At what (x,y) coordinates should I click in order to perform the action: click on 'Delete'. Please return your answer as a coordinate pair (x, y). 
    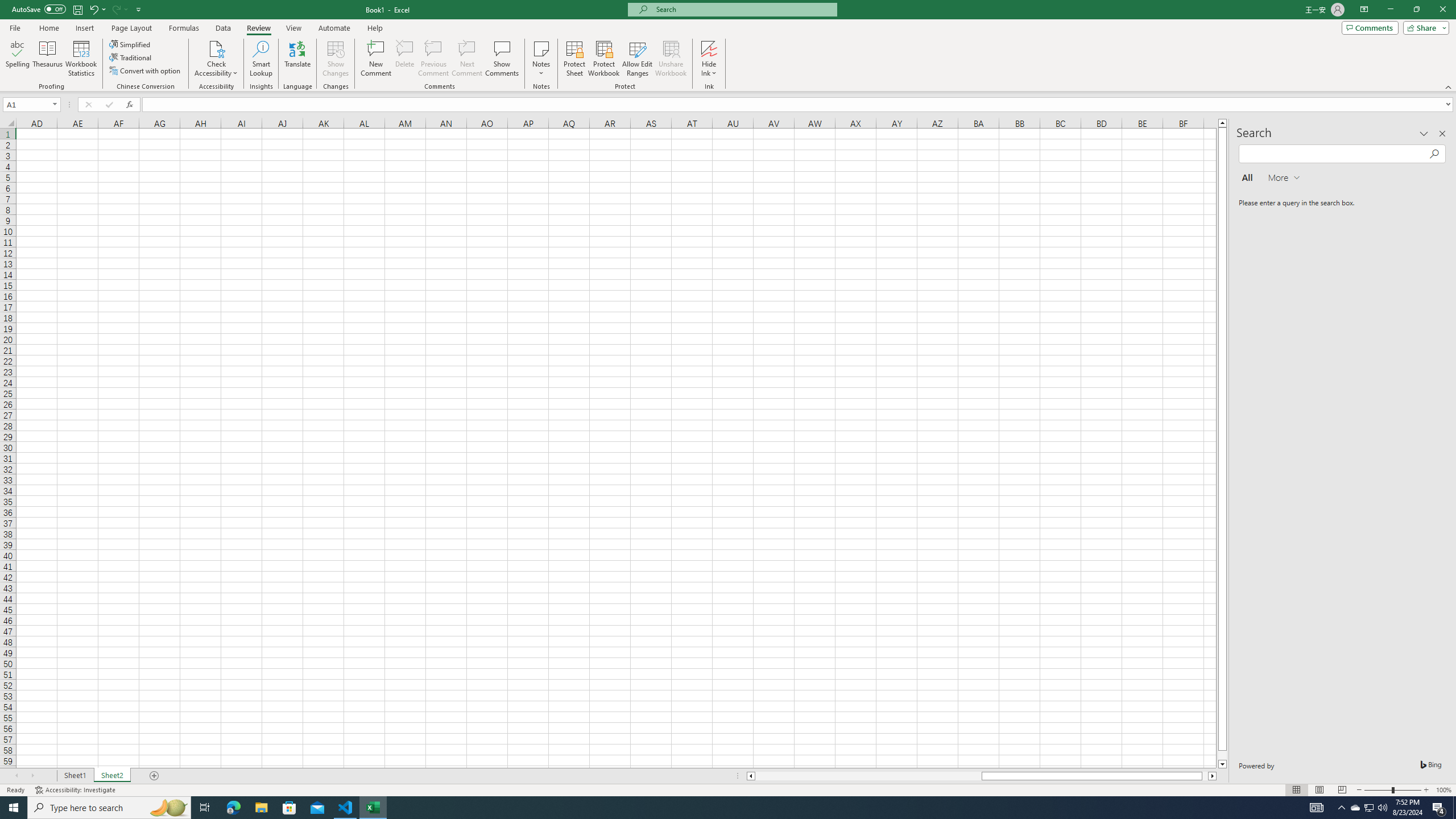
    Looking at the image, I should click on (404, 59).